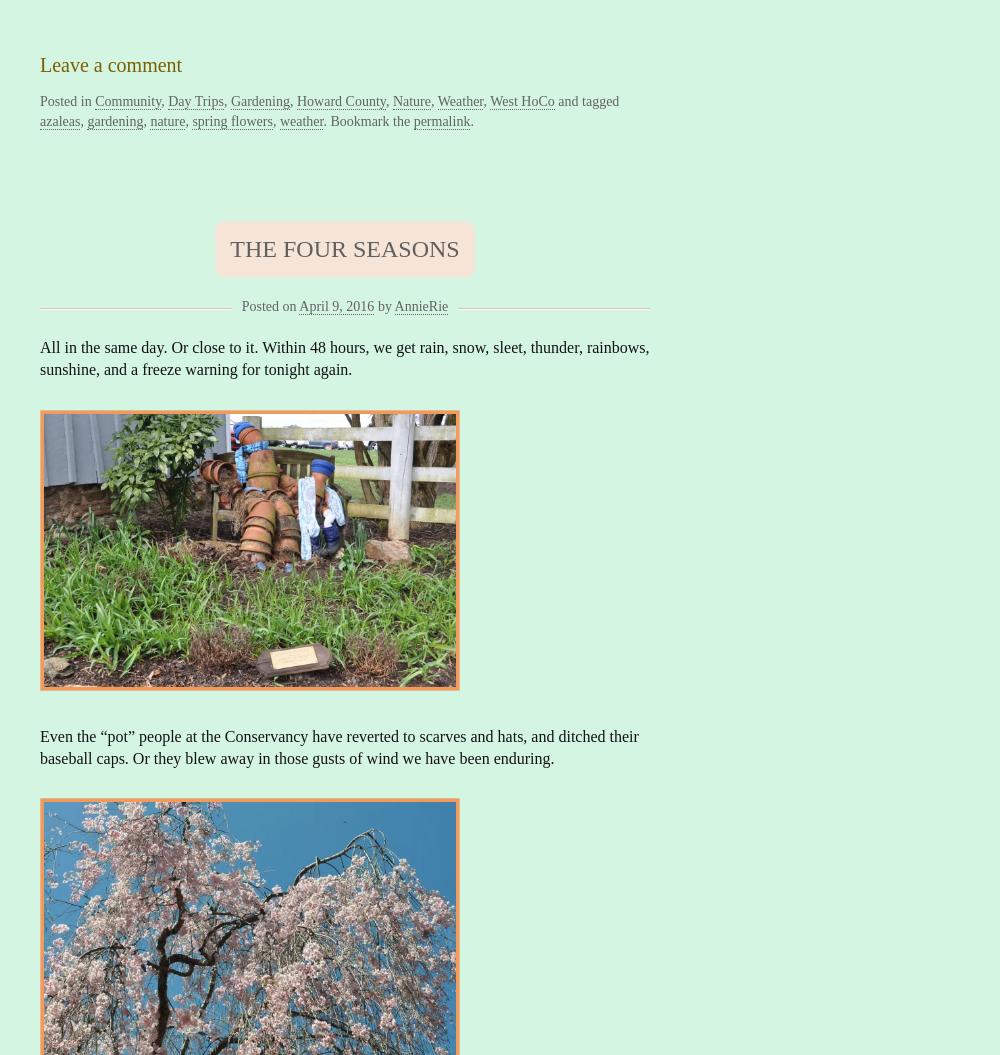  What do you see at coordinates (194, 100) in the screenshot?
I see `'Day Trips'` at bounding box center [194, 100].